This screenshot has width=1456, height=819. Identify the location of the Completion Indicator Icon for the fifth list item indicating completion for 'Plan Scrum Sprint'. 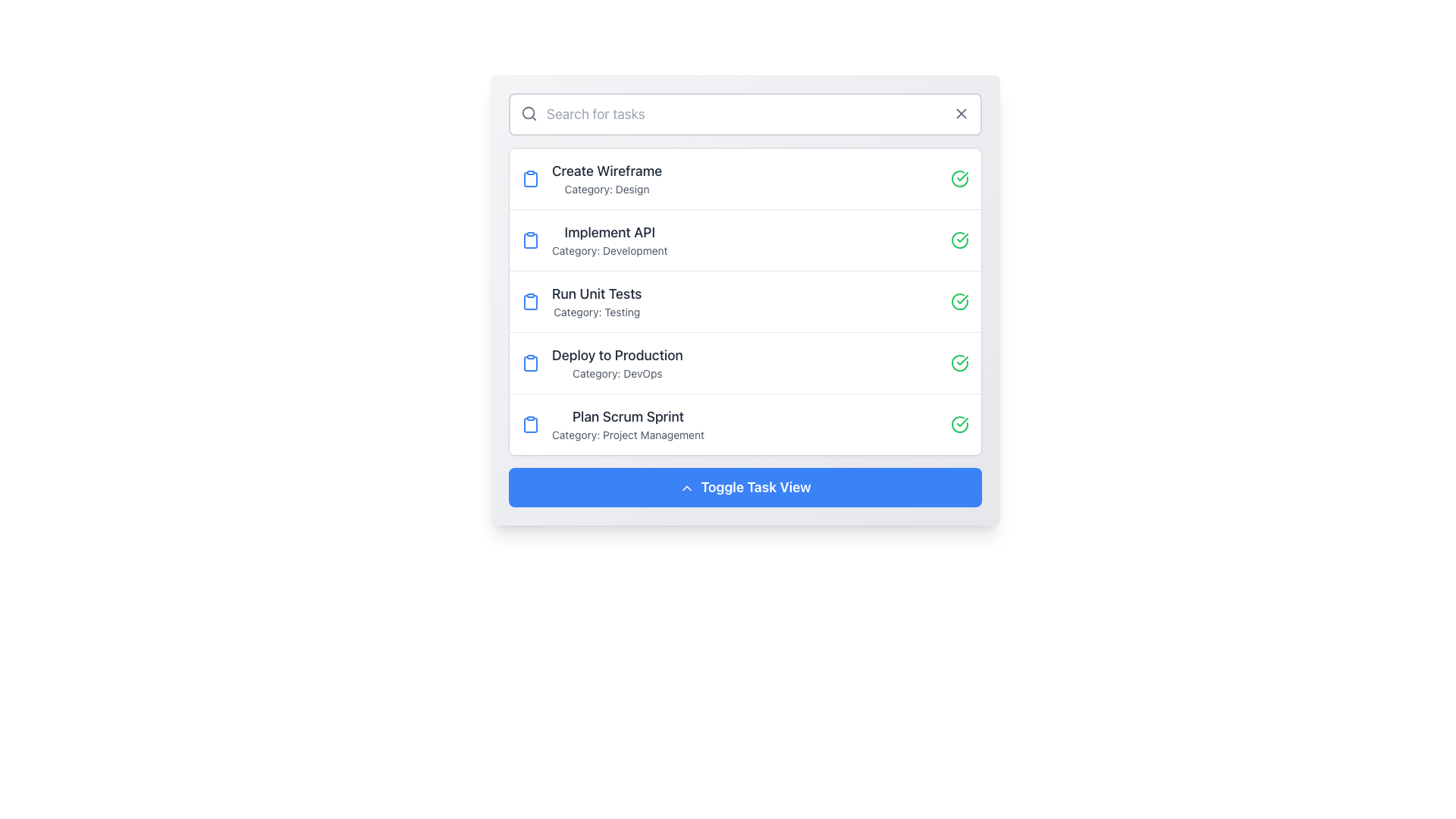
(959, 424).